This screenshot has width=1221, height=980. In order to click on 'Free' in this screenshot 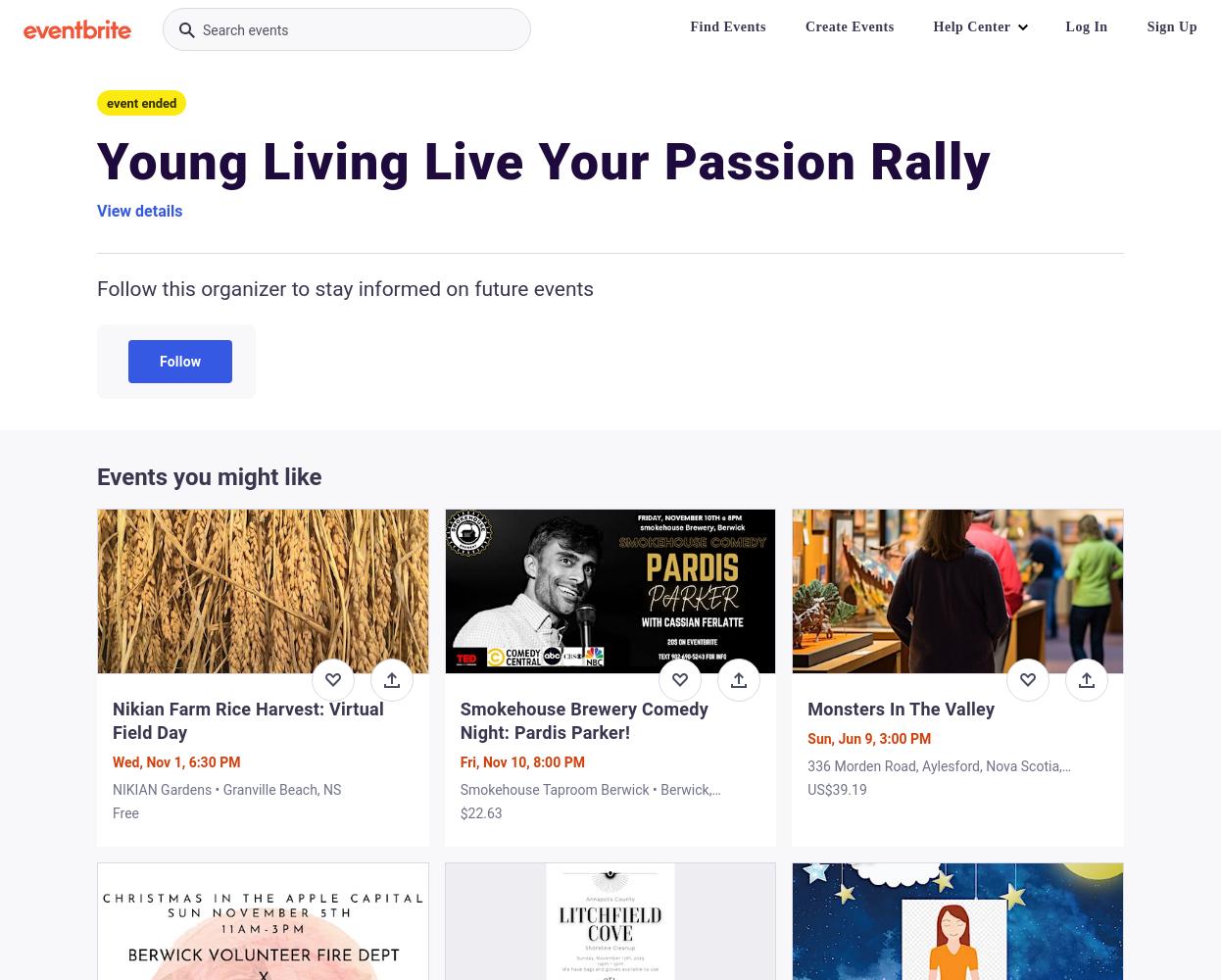, I will do `click(124, 812)`.